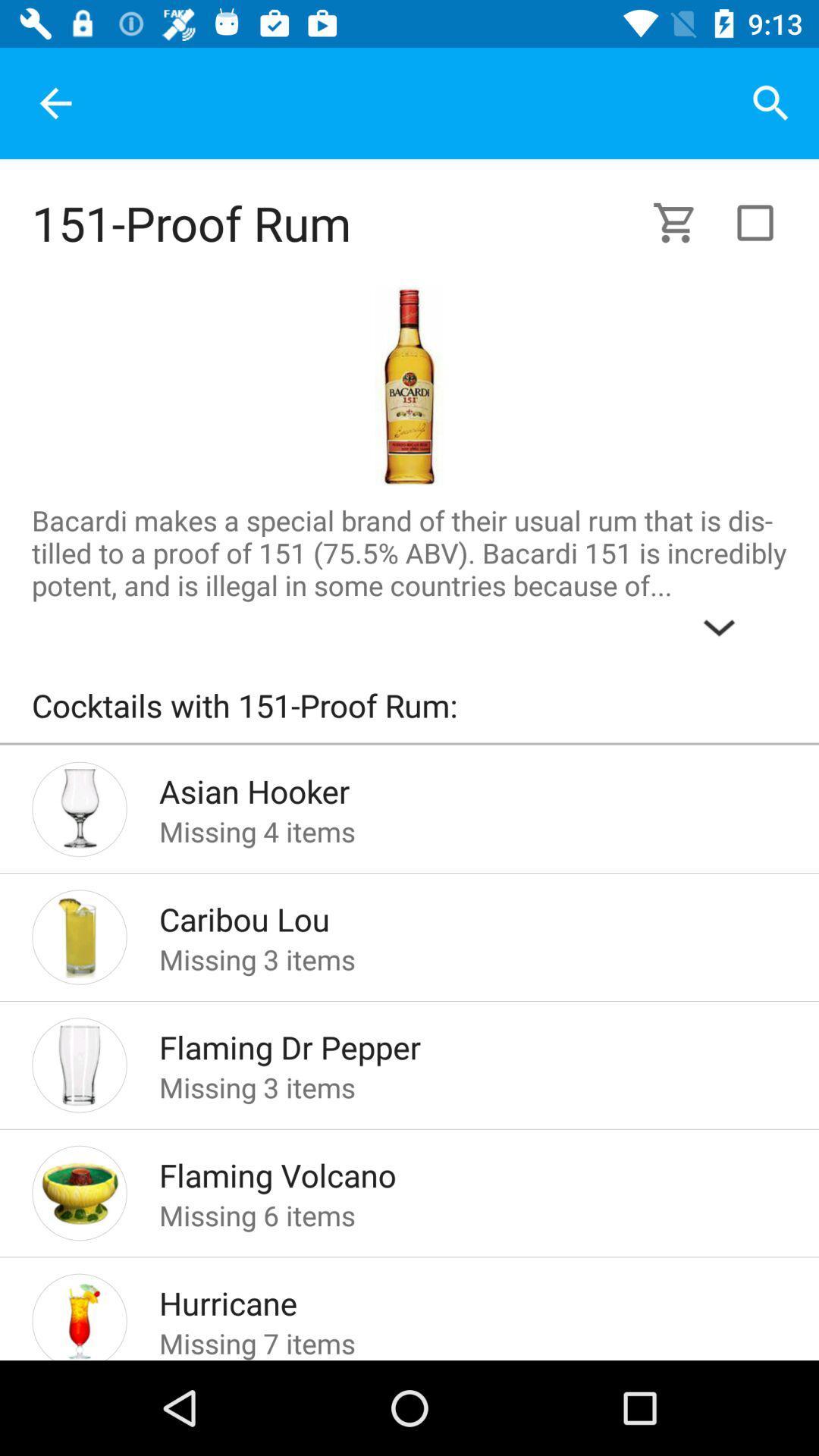 Image resolution: width=819 pixels, height=1456 pixels. Describe the element at coordinates (448, 914) in the screenshot. I see `item above missing 3 items` at that location.